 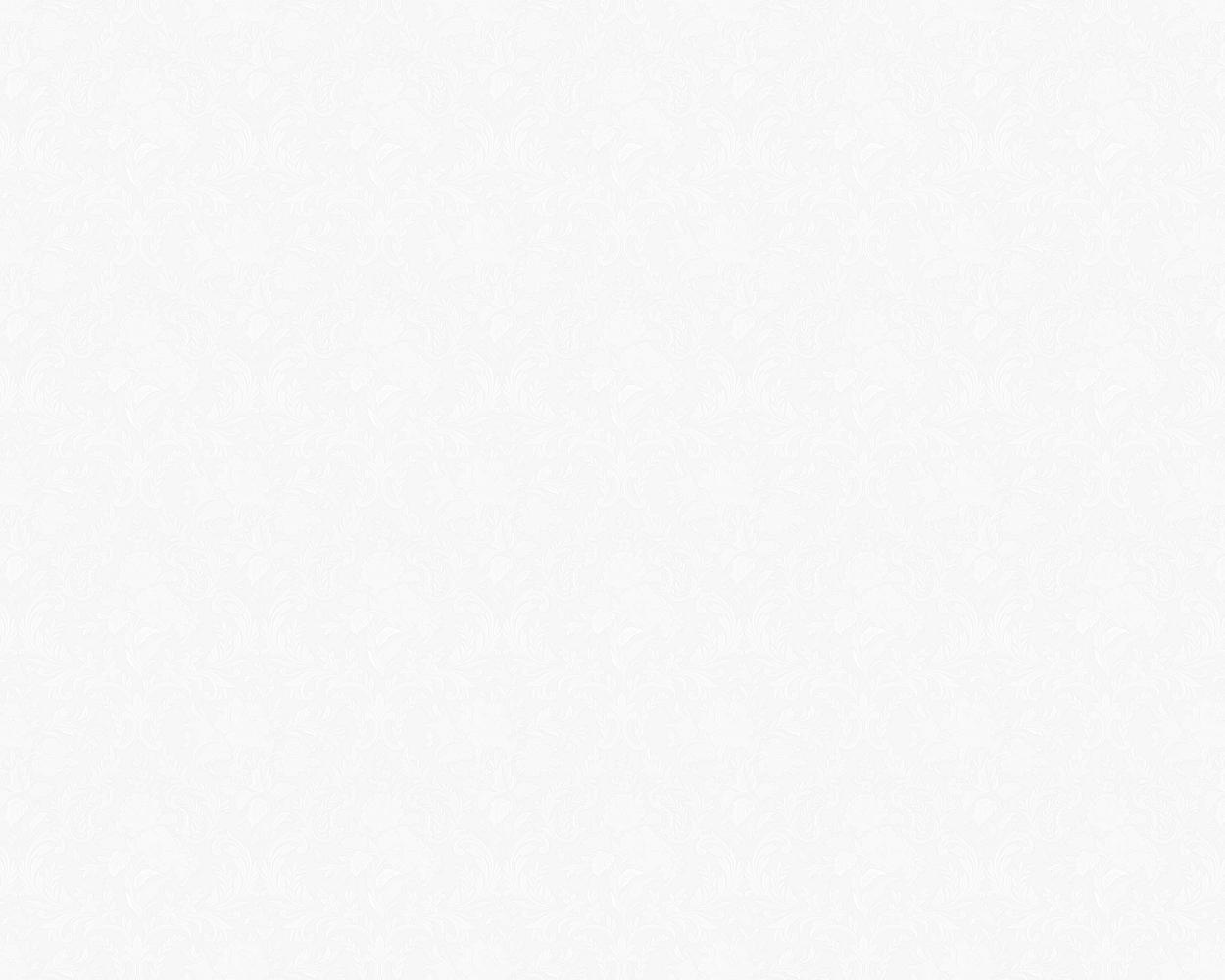 I want to click on 'Sketched Out V1', so click(x=200, y=733).